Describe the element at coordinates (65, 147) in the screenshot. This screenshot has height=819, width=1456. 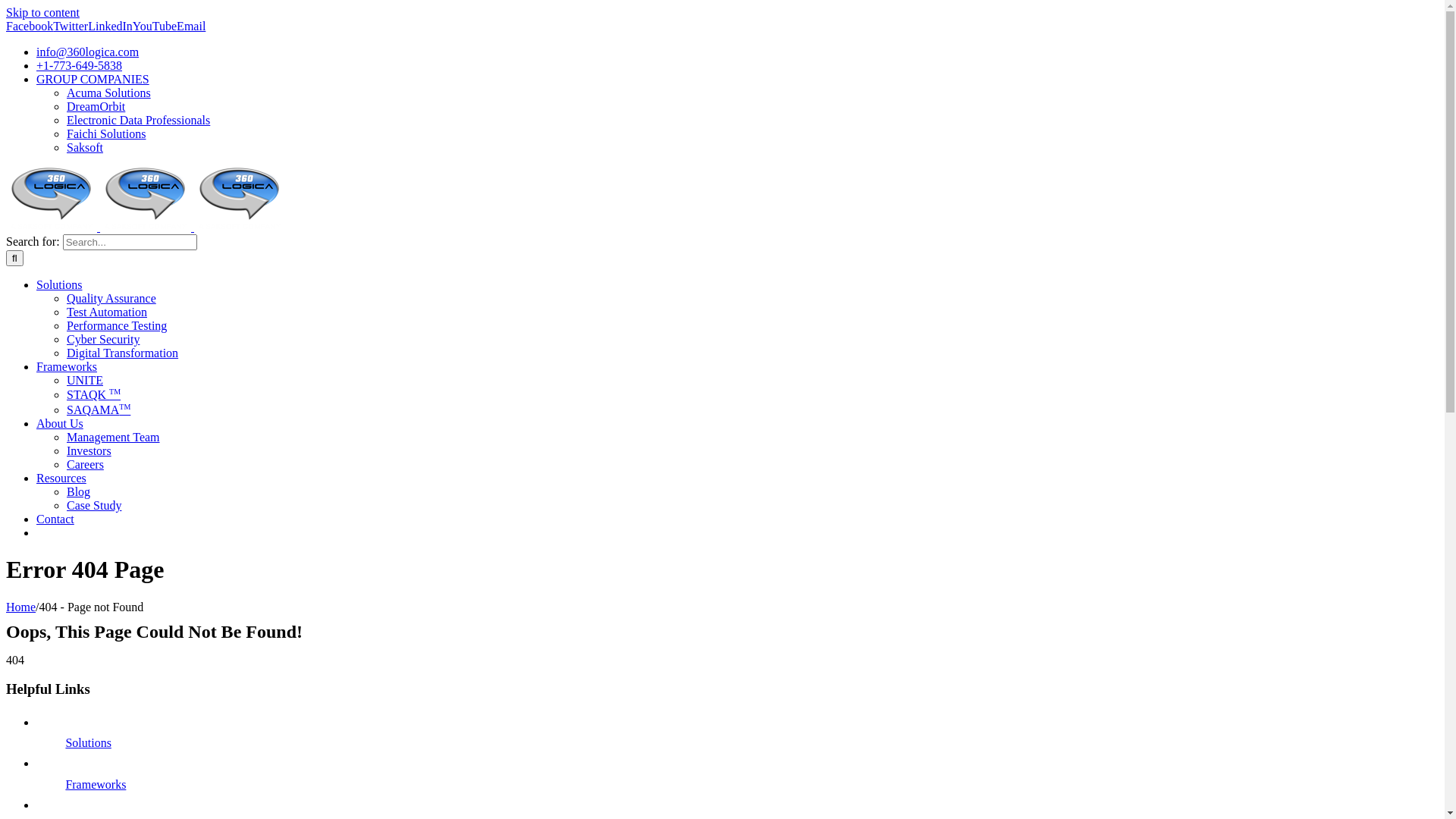
I see `'Saksoft'` at that location.